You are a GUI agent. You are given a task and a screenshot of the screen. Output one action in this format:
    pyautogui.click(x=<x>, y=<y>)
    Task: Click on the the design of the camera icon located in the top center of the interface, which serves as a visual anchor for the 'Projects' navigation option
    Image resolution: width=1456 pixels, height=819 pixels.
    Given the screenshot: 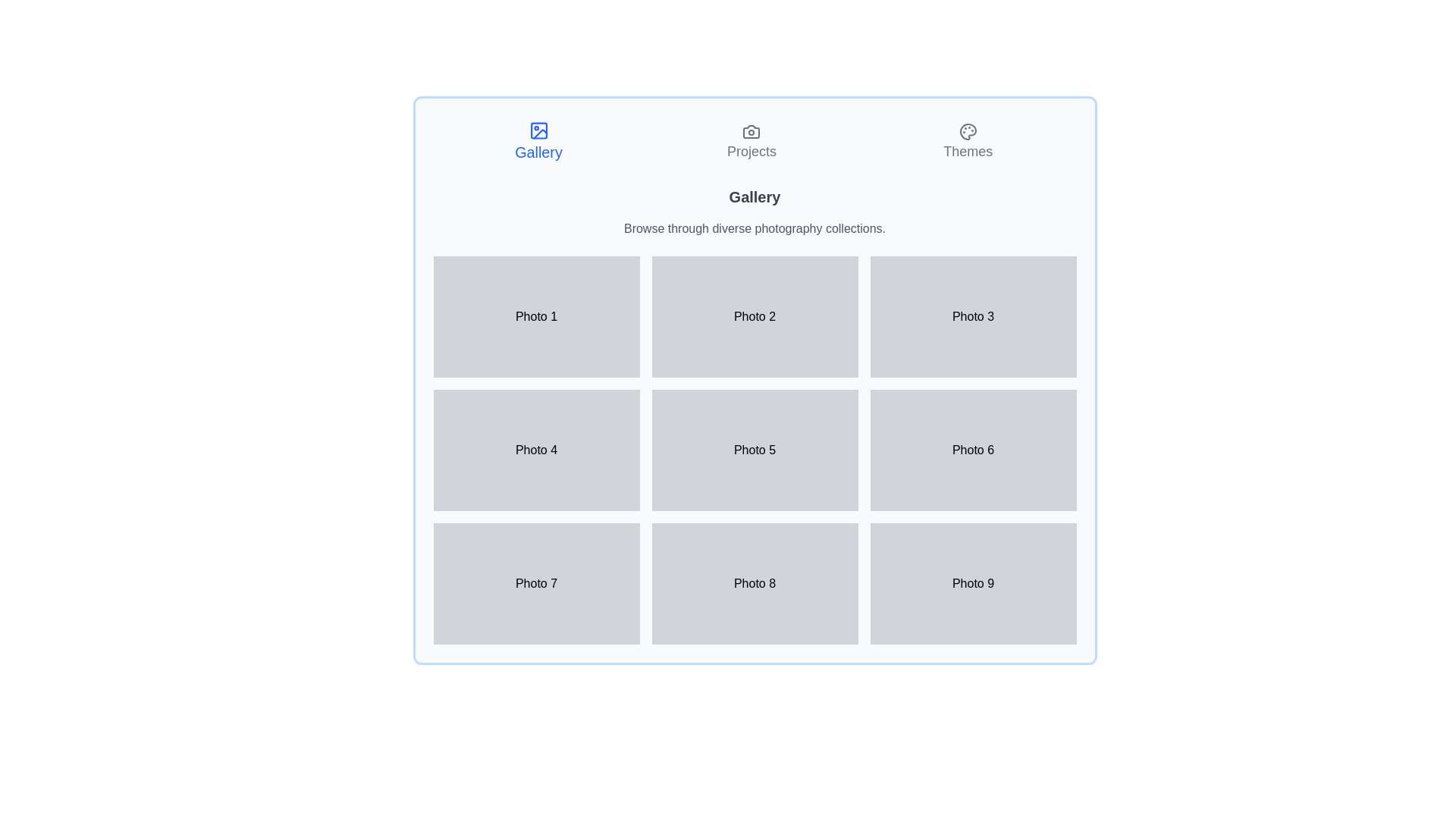 What is the action you would take?
    pyautogui.click(x=752, y=130)
    